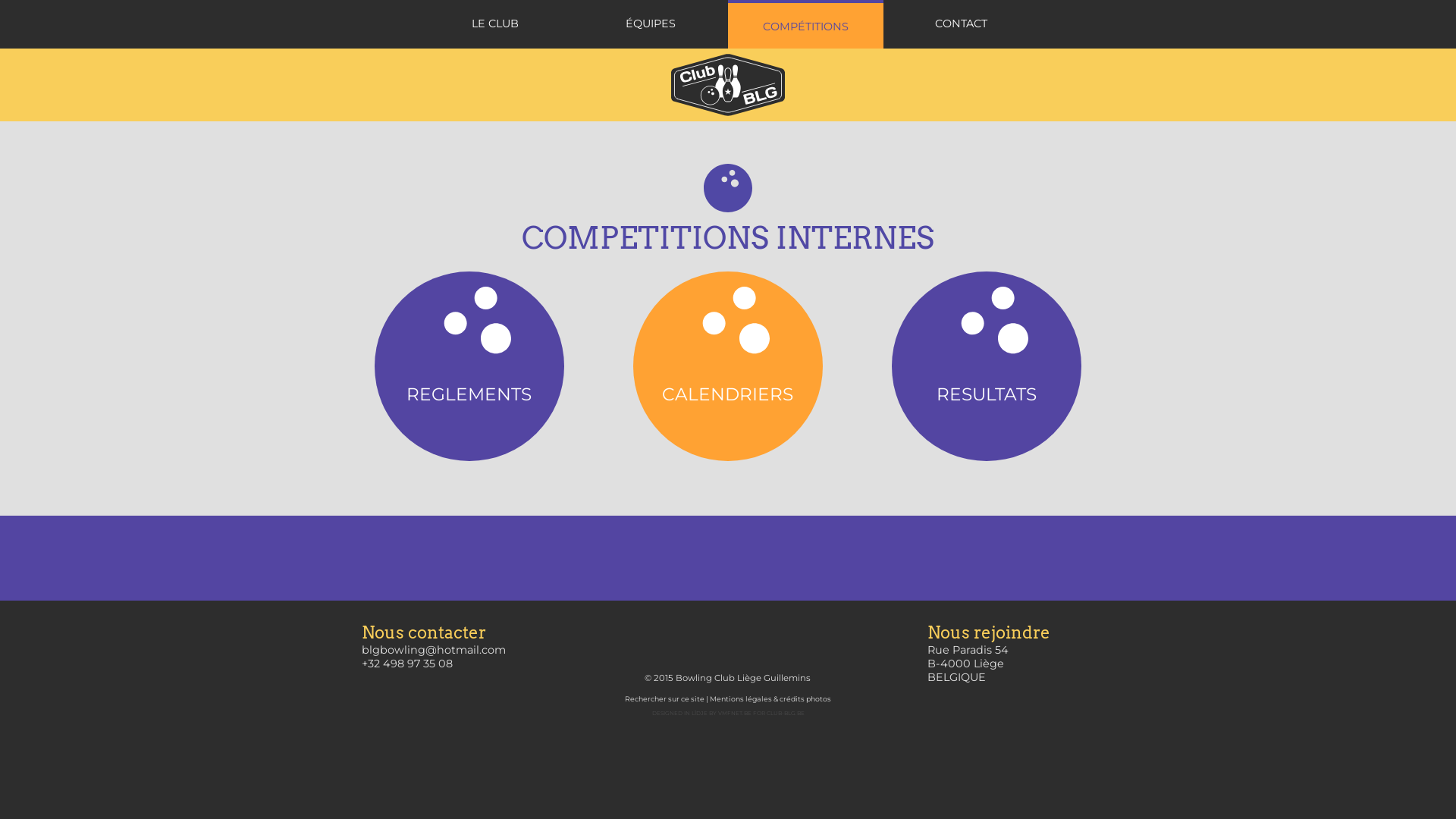 This screenshot has height=819, width=1456. What do you see at coordinates (960, 24) in the screenshot?
I see `'CONTACT'` at bounding box center [960, 24].